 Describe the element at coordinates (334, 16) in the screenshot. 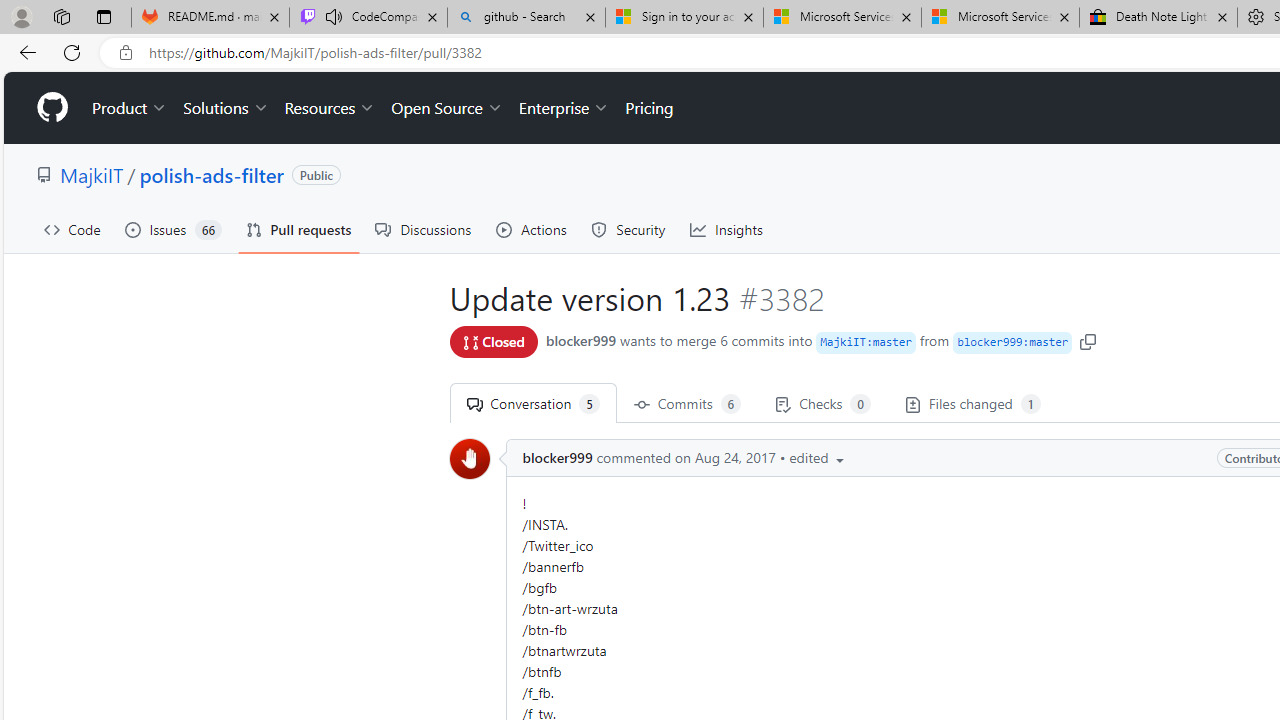

I see `'Mute tab'` at that location.